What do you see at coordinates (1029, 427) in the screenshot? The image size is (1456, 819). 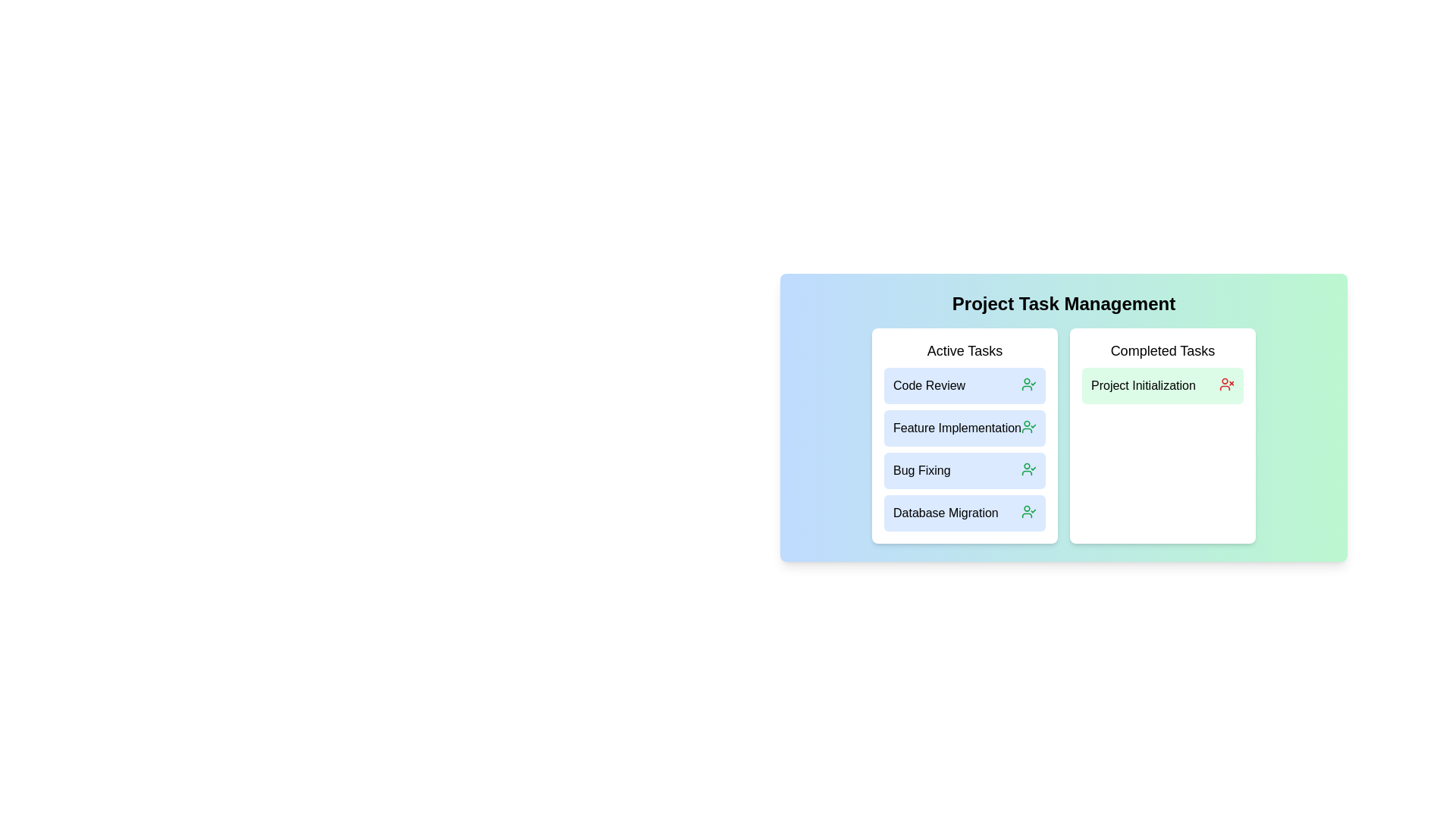 I see `the 'UserCheck' icon associated with the task 'Feature Implementation'` at bounding box center [1029, 427].